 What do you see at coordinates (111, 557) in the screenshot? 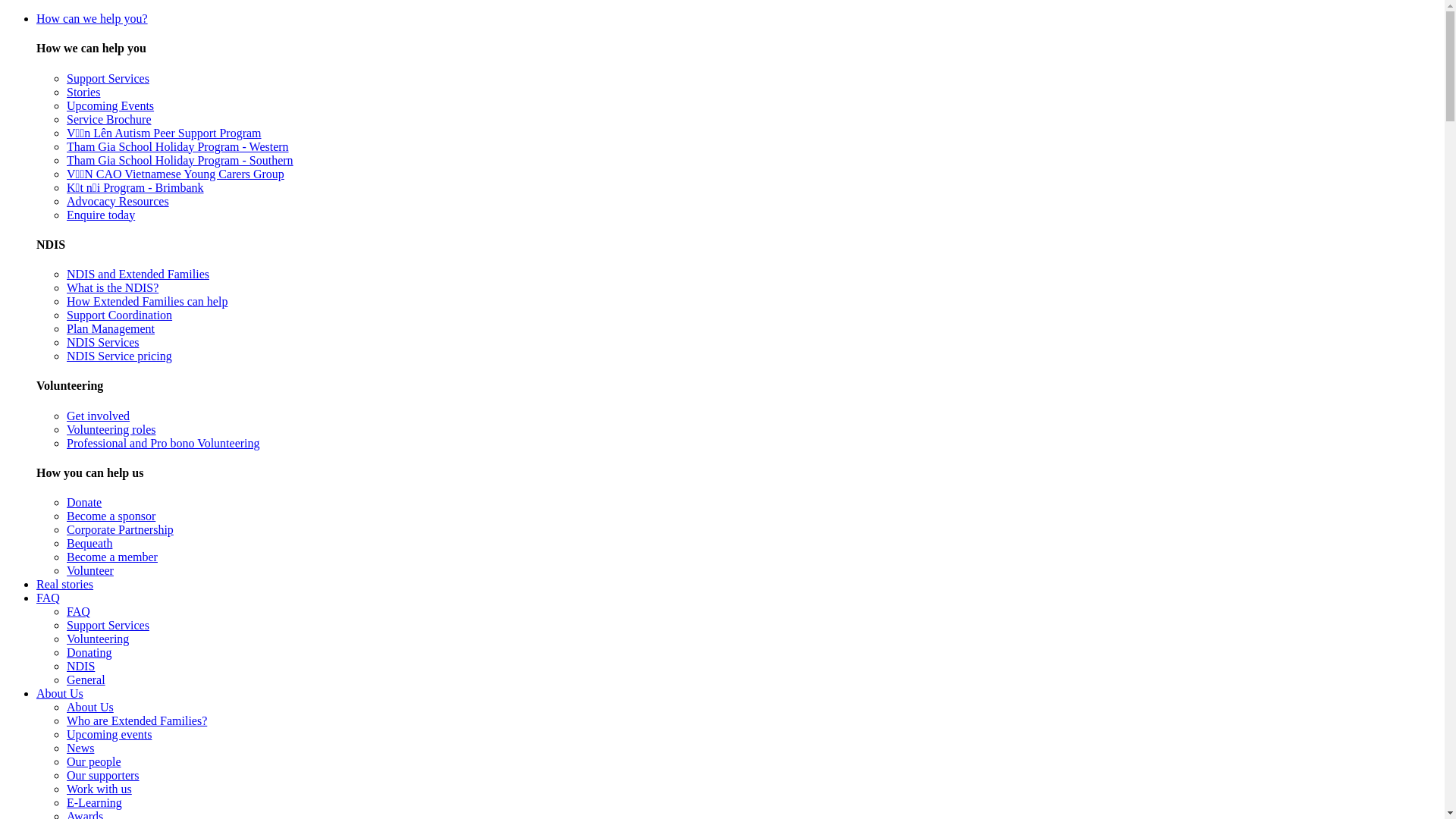
I see `'Become a member'` at bounding box center [111, 557].